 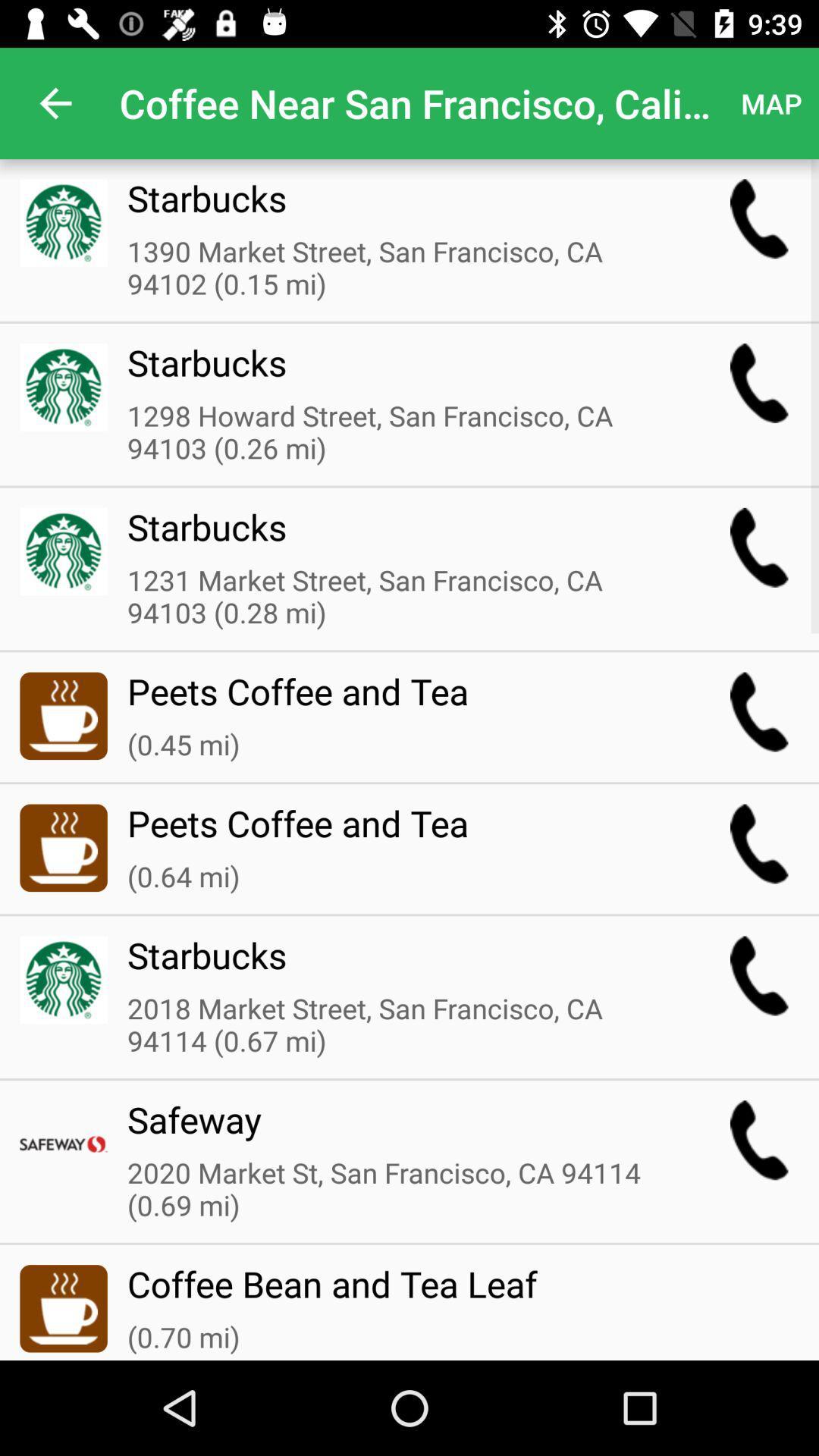 I want to click on the item below the 2018 market street icon, so click(x=397, y=1129).